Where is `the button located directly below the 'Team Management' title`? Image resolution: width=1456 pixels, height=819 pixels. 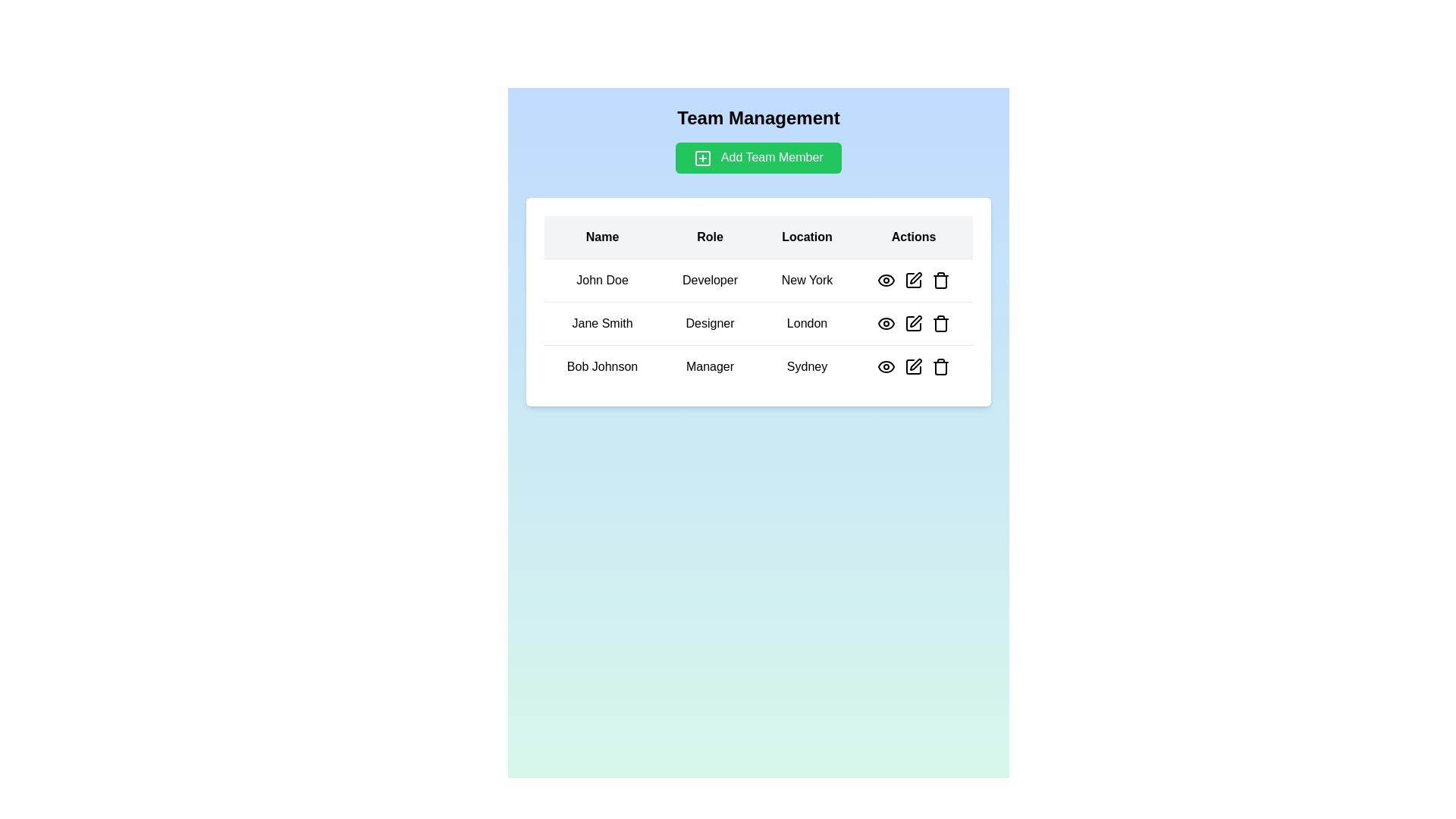 the button located directly below the 'Team Management' title is located at coordinates (758, 140).